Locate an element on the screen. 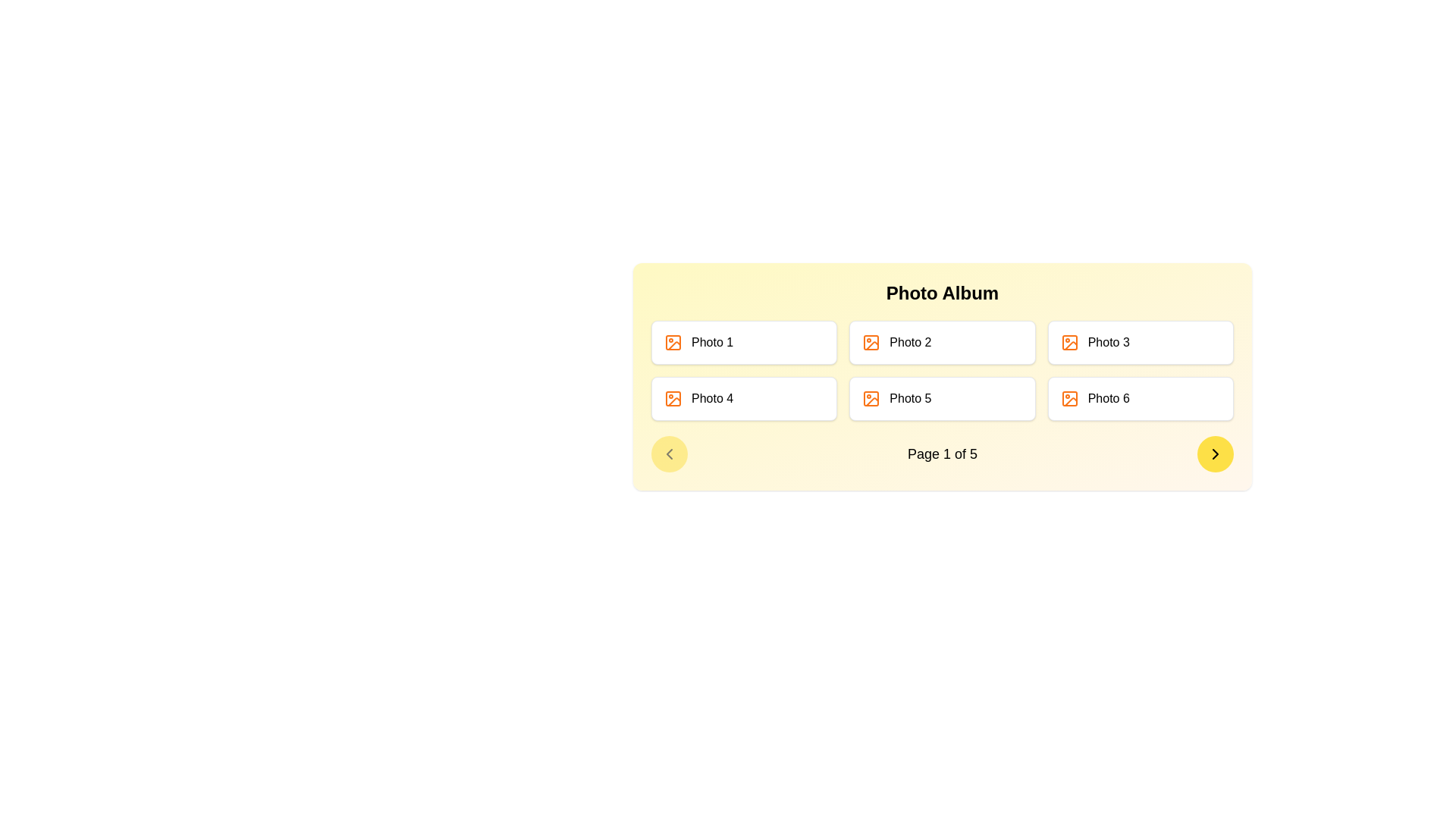 The image size is (1456, 819). the navigation button located at the bottom-right corner of the 'Page 1 of 5' area is located at coordinates (1216, 453).